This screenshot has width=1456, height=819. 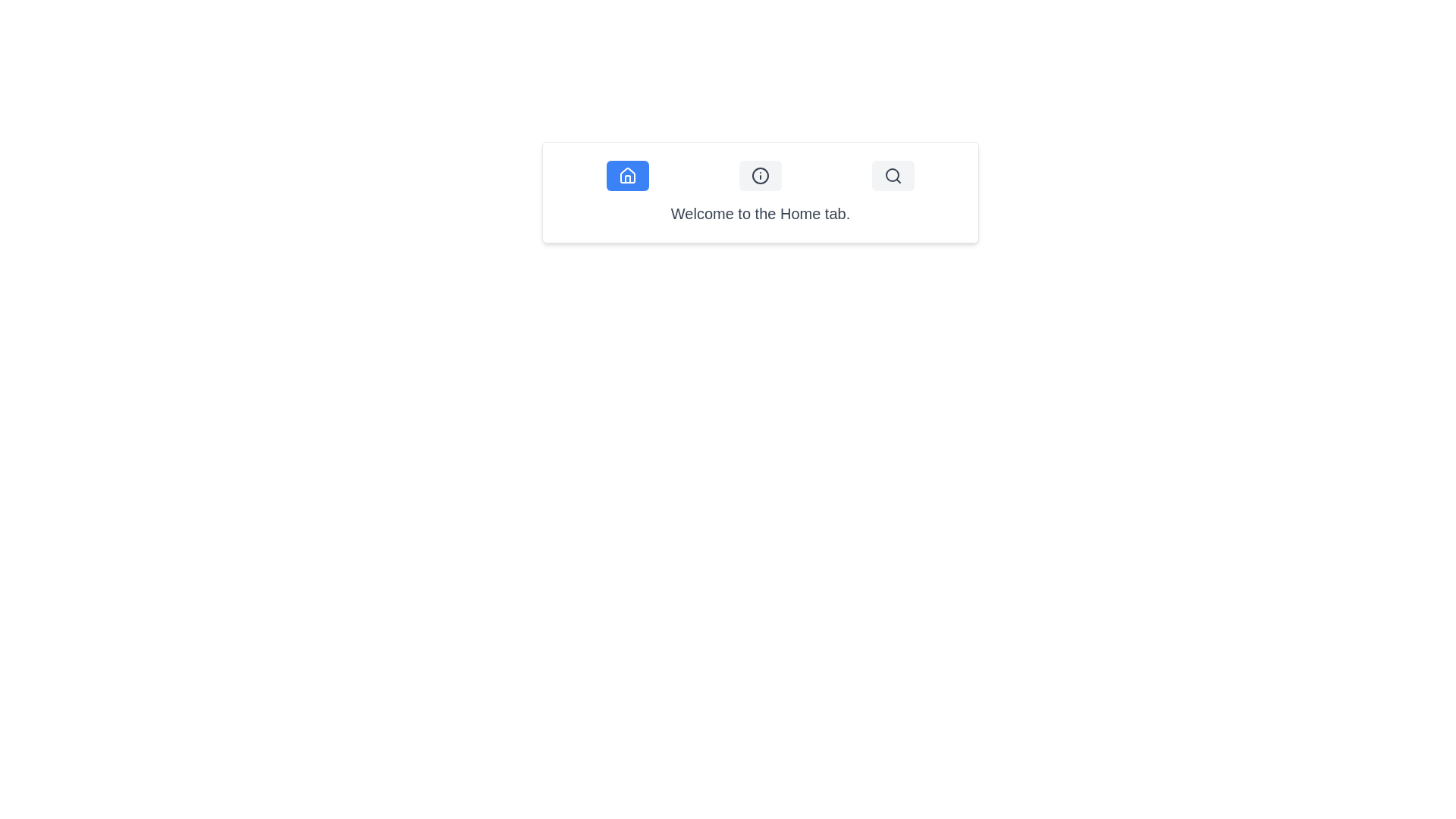 What do you see at coordinates (761, 174) in the screenshot?
I see `the informational icon located at the center of a rounded rectangular button with a gray background, which is the second button in a horizontal group of three similar buttons` at bounding box center [761, 174].